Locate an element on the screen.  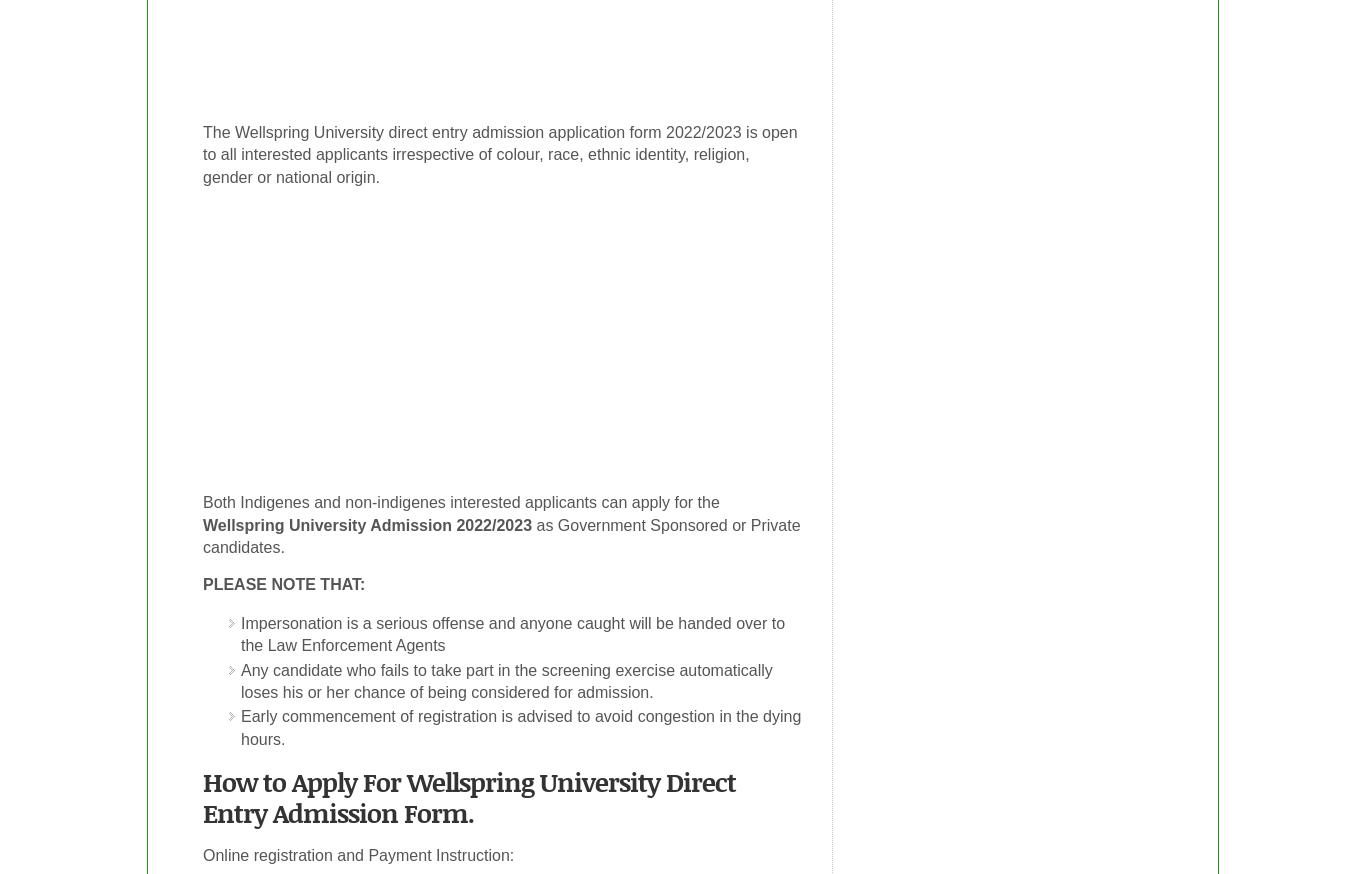
'The Wellspring University direct entry admission application form 2022/2023 is open to all interested applicants irrespective of colour, race, ethnic identity, religion, gender or national origin.' is located at coordinates (499, 153).